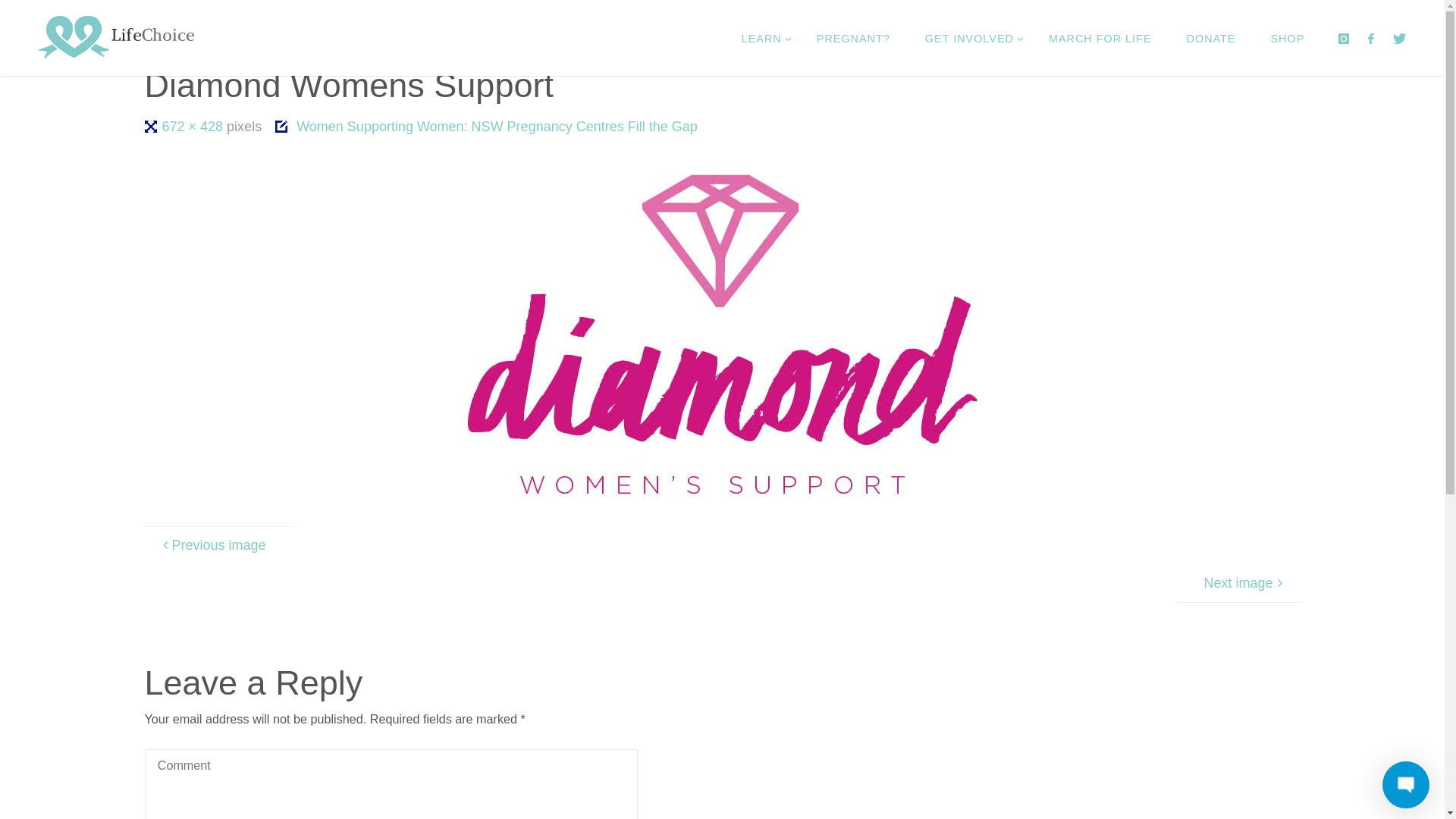 This screenshot has height=819, width=1456. I want to click on 'Women Supporting Women: NSW Pregnancy Centres Fill the Gap', so click(410, 96).